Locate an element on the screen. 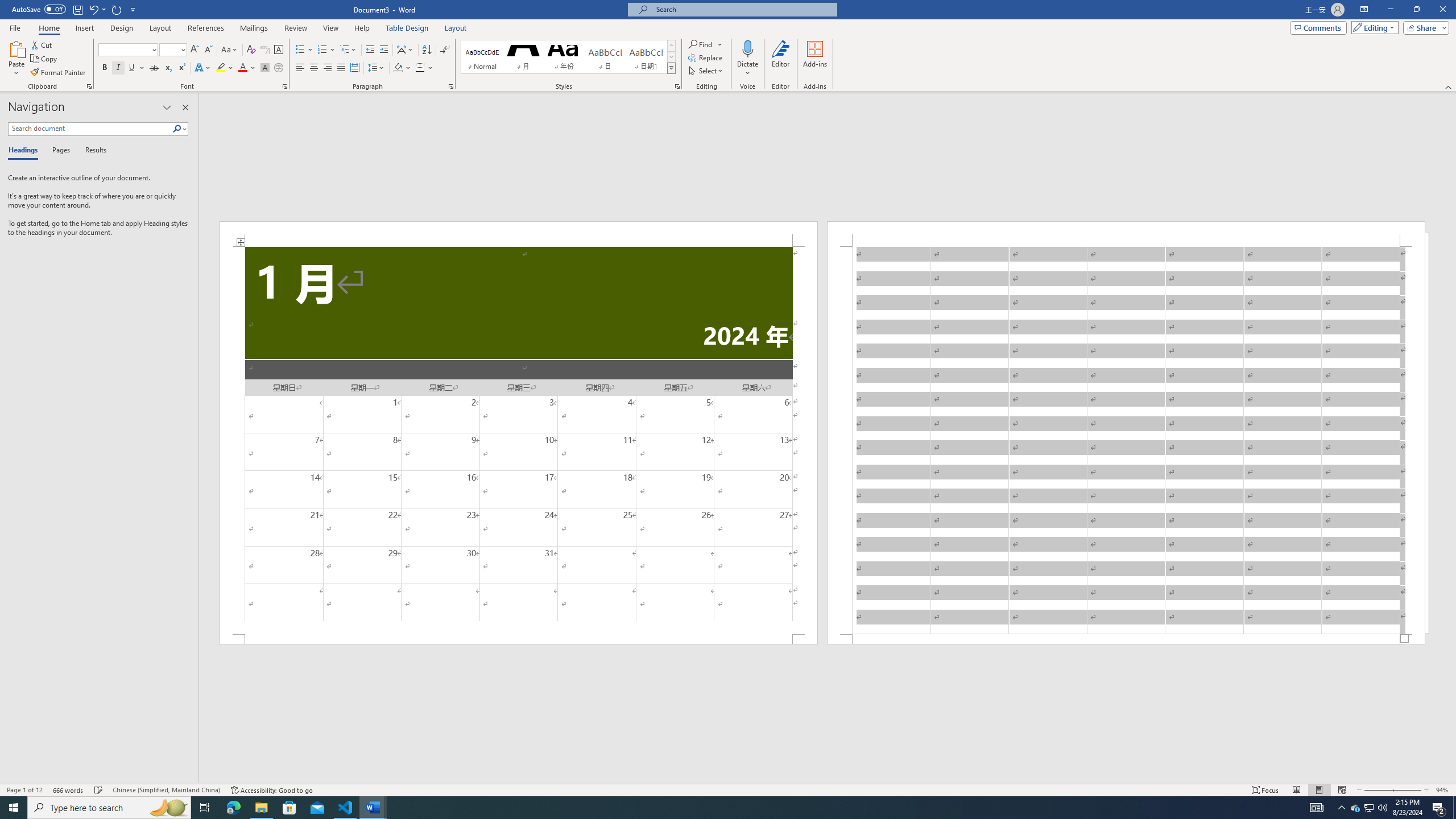  'Character Shading' is located at coordinates (264, 67).